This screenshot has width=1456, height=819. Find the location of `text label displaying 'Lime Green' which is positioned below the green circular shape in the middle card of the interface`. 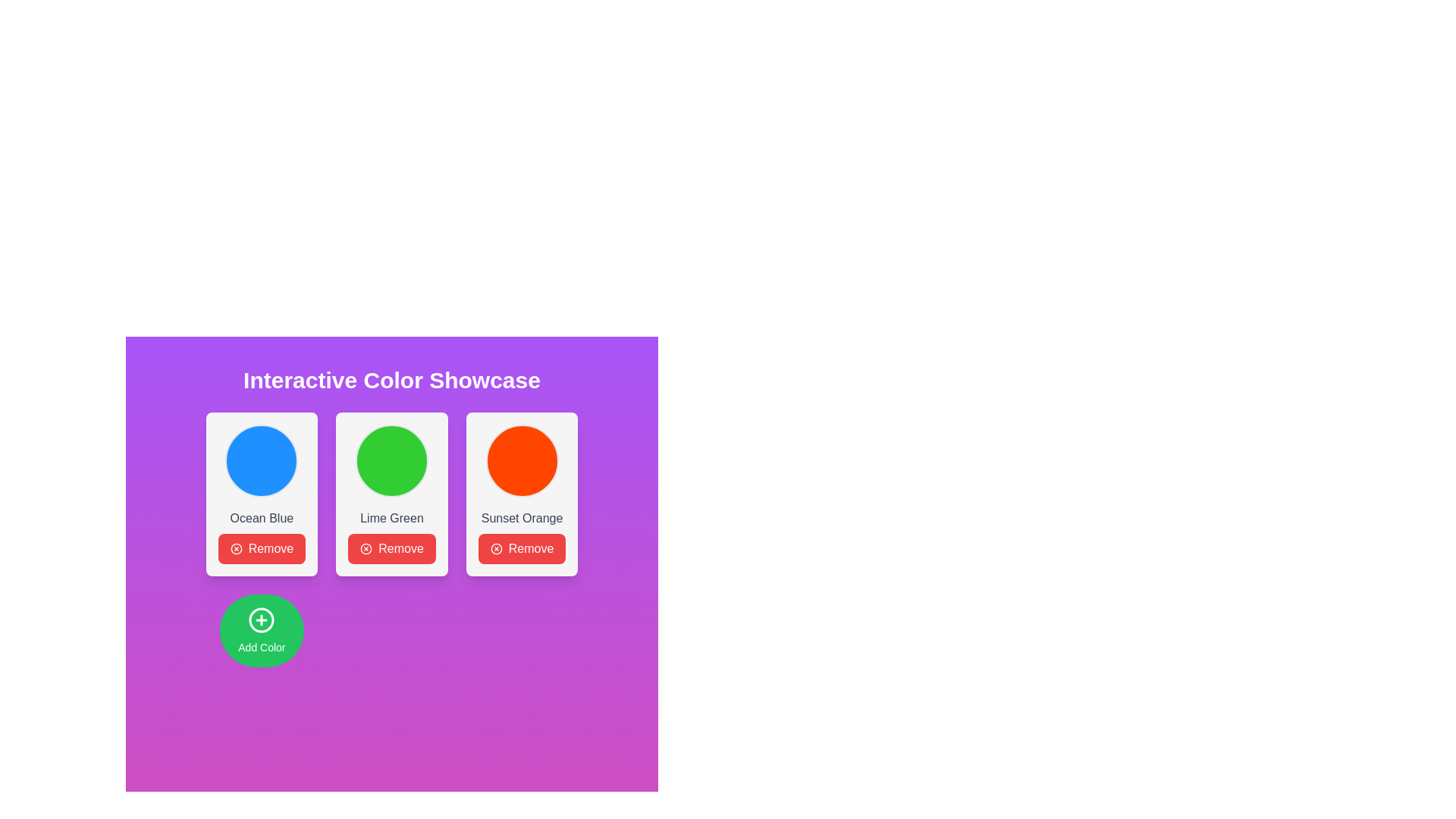

text label displaying 'Lime Green' which is positioned below the green circular shape in the middle card of the interface is located at coordinates (392, 517).